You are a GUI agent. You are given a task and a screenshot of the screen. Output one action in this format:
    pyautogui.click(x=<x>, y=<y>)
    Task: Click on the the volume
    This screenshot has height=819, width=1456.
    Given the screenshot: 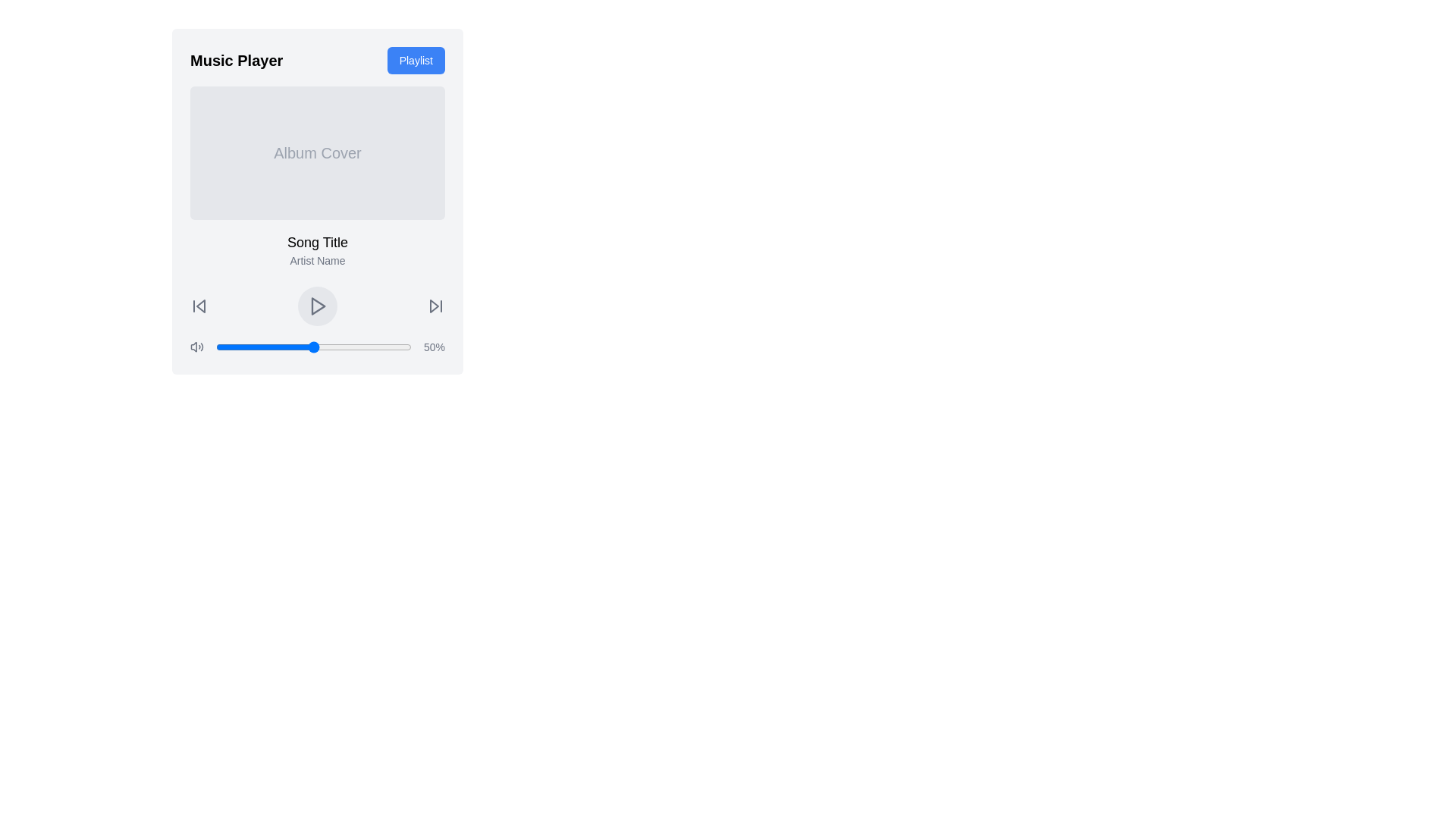 What is the action you would take?
    pyautogui.click(x=409, y=347)
    